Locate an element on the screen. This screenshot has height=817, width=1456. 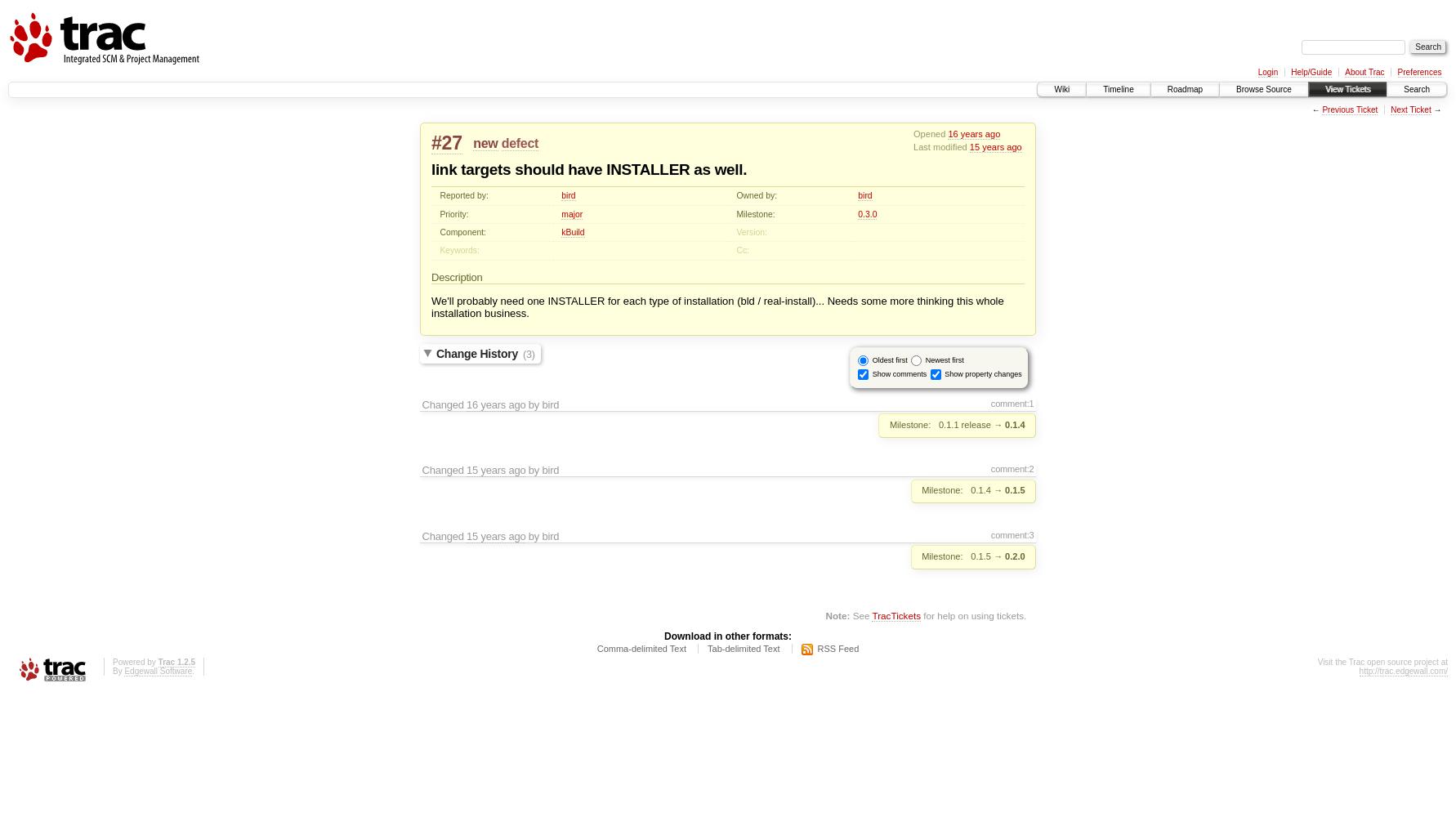
'#27' is located at coordinates (446, 143).